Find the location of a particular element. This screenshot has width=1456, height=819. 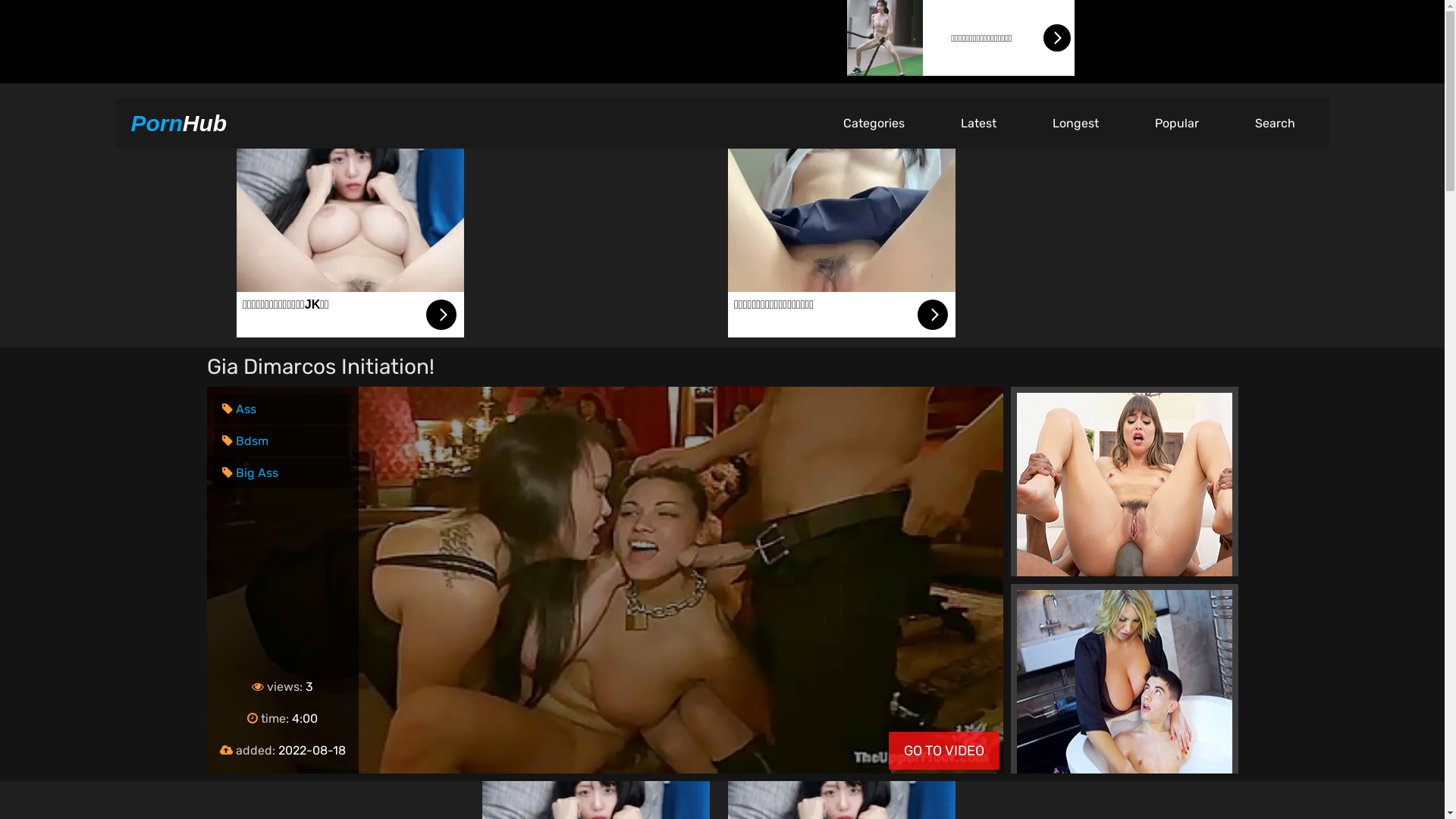

'Big Ass' is located at coordinates (249, 472).